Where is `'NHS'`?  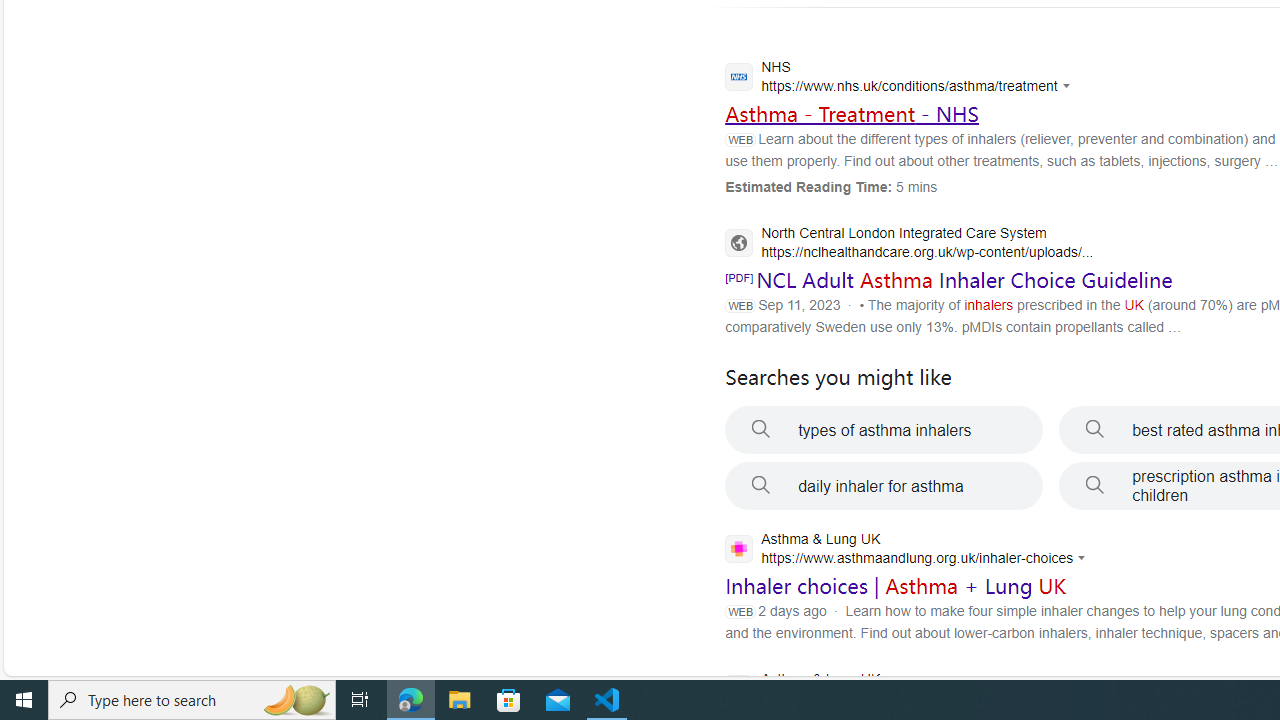 'NHS' is located at coordinates (902, 78).